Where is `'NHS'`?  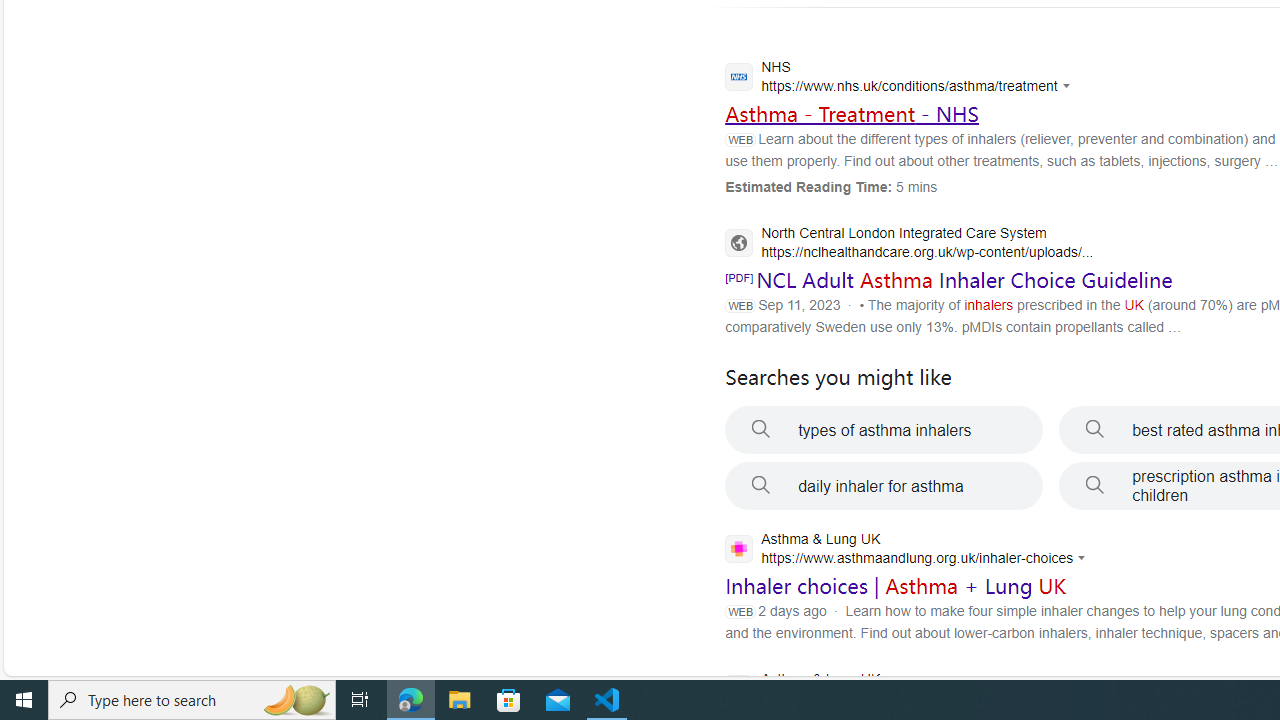 'NHS' is located at coordinates (902, 78).